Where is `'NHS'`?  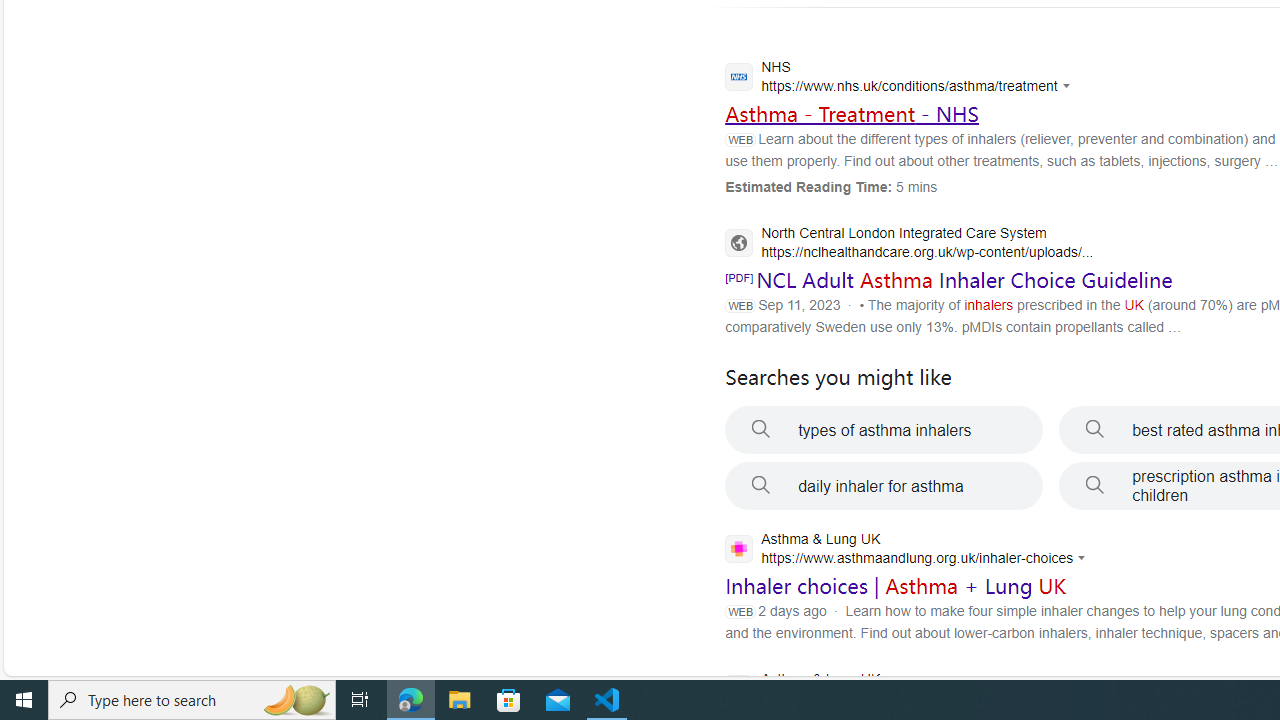 'NHS' is located at coordinates (902, 78).